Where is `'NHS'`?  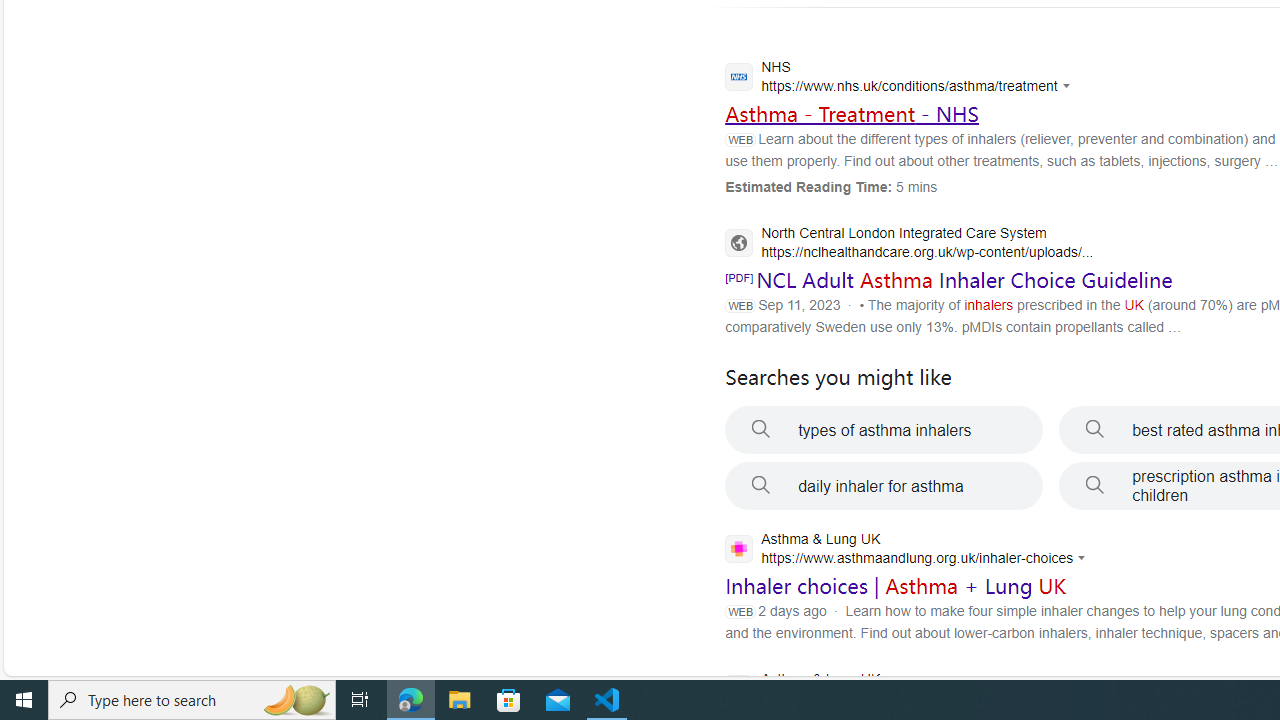 'NHS' is located at coordinates (902, 78).